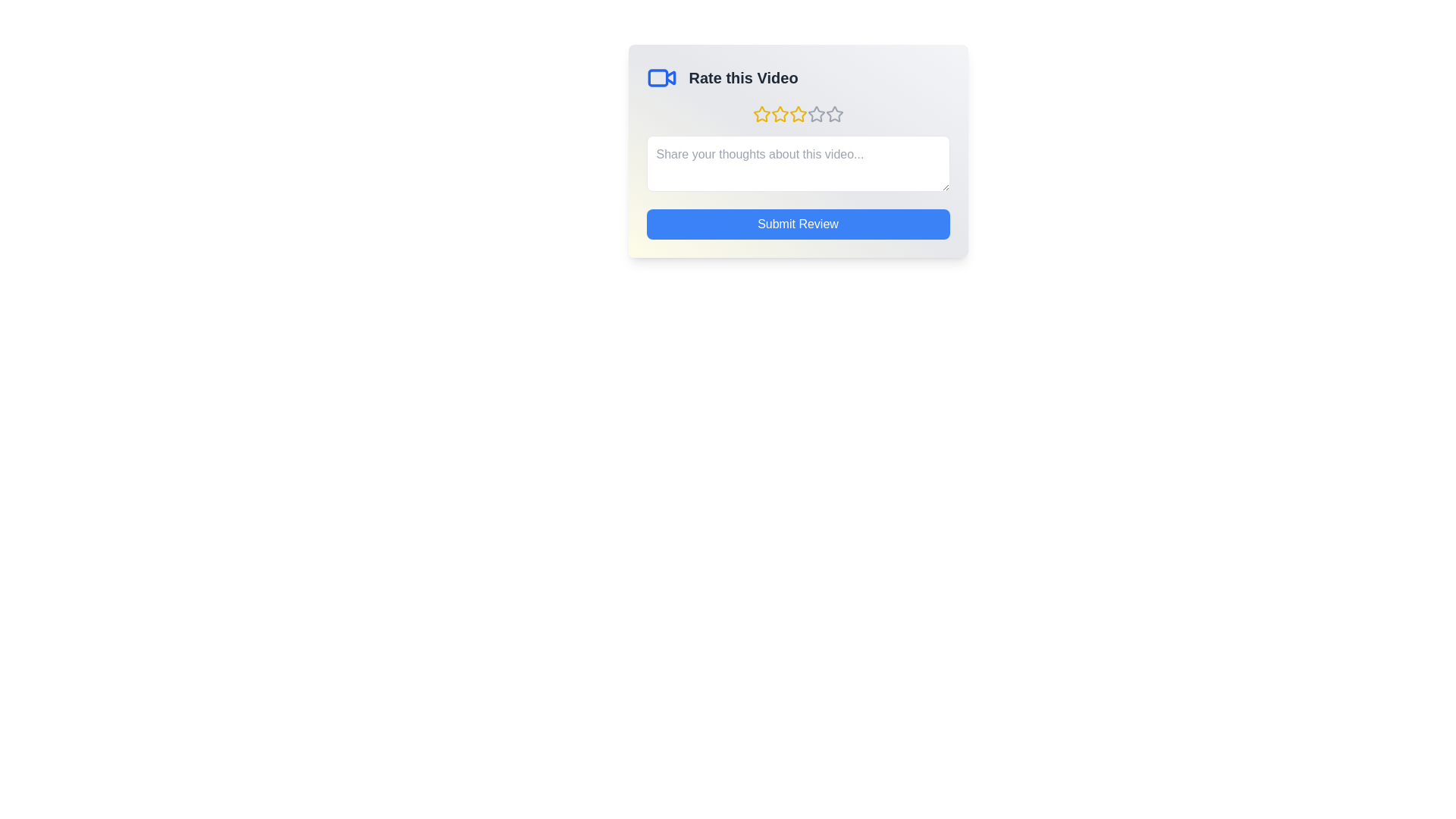 The image size is (1456, 819). What do you see at coordinates (833, 113) in the screenshot?
I see `the star corresponding to 5 stars to preview the rating` at bounding box center [833, 113].